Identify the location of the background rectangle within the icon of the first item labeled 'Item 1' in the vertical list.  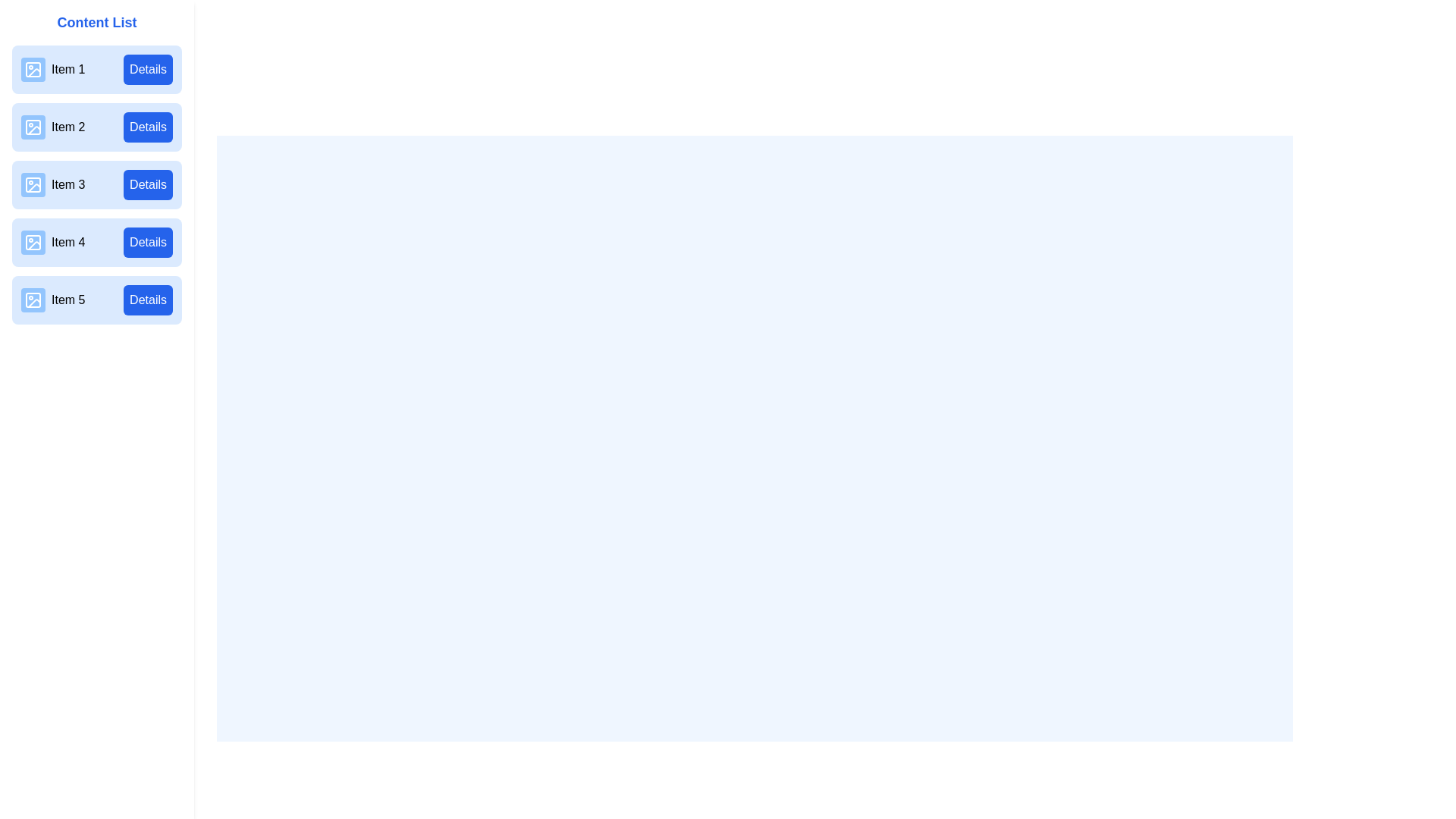
(33, 70).